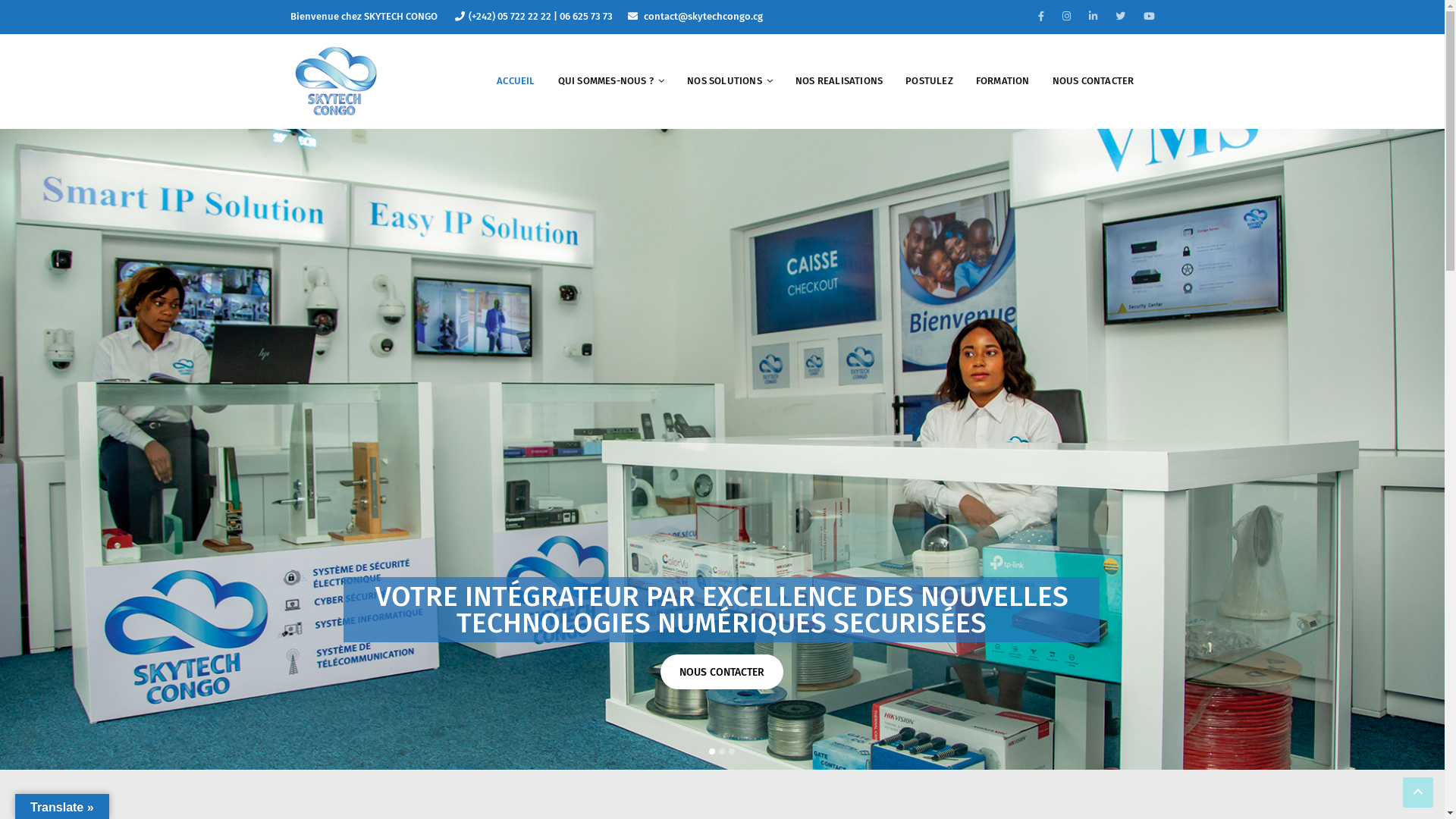 This screenshot has height=819, width=1456. I want to click on 'QUI SOMMES-NOUS ?', so click(611, 81).